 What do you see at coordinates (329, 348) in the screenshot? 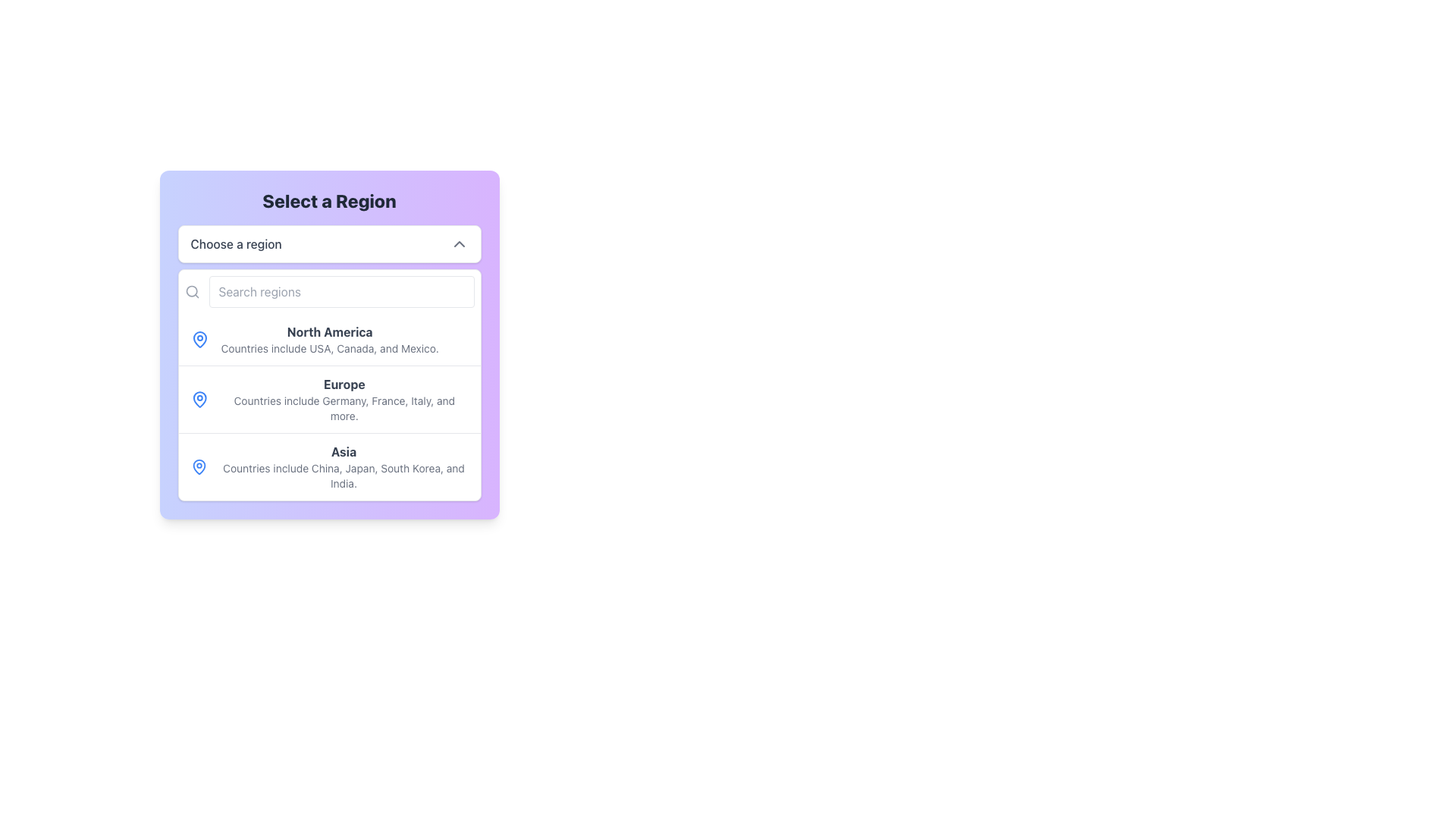
I see `the text label displaying 'Countries include USA, Canada, and Mexico.' which is styled in a smaller font size and light gray color, located directly beneath 'North America' in the 'Select a Region' modal` at bounding box center [329, 348].